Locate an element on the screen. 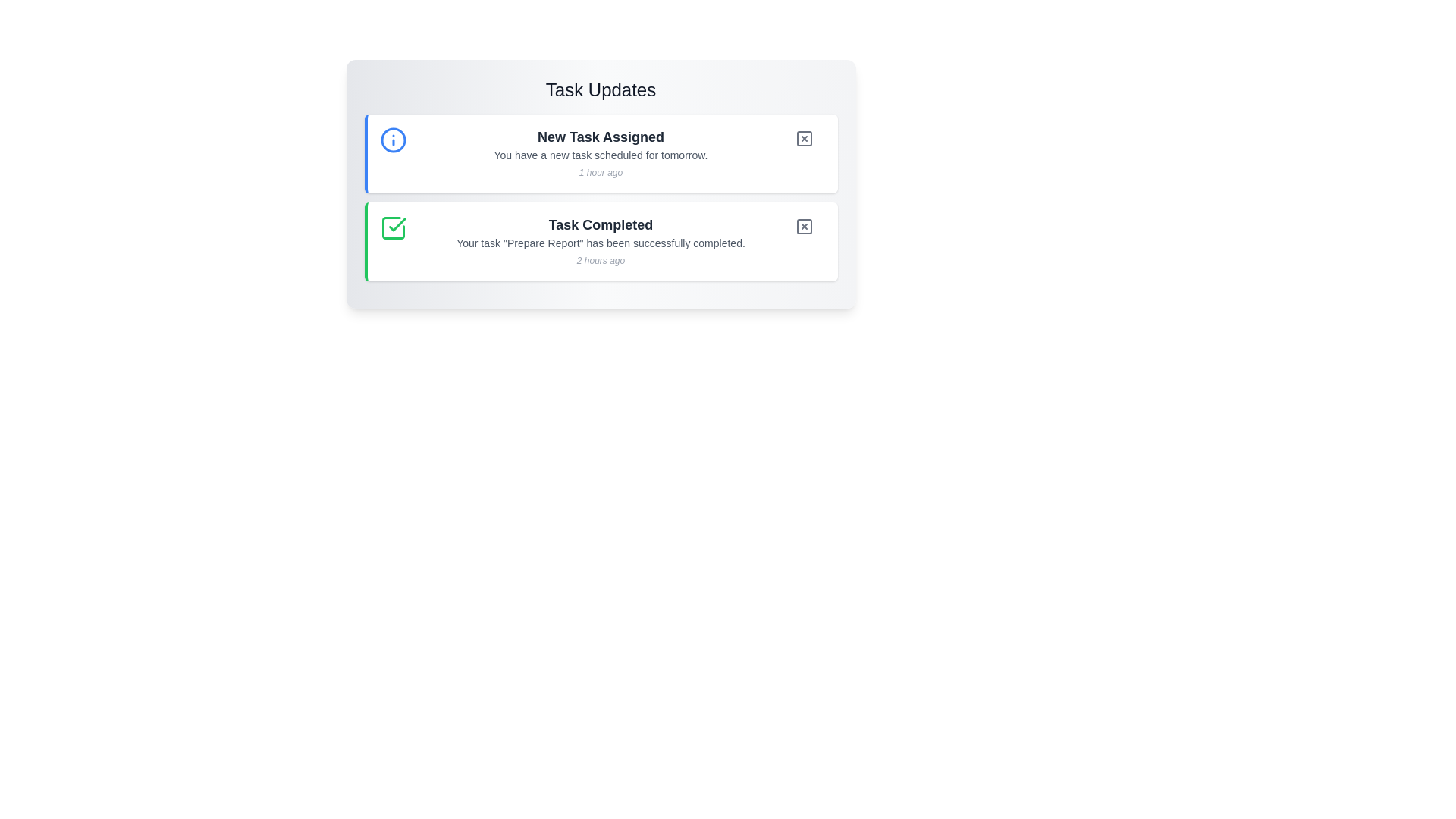 The height and width of the screenshot is (819, 1456). the Heading text element which serves as the title for the task notification, positioned centrally at the top of the notification card in the 'Task Updates' section is located at coordinates (600, 137).